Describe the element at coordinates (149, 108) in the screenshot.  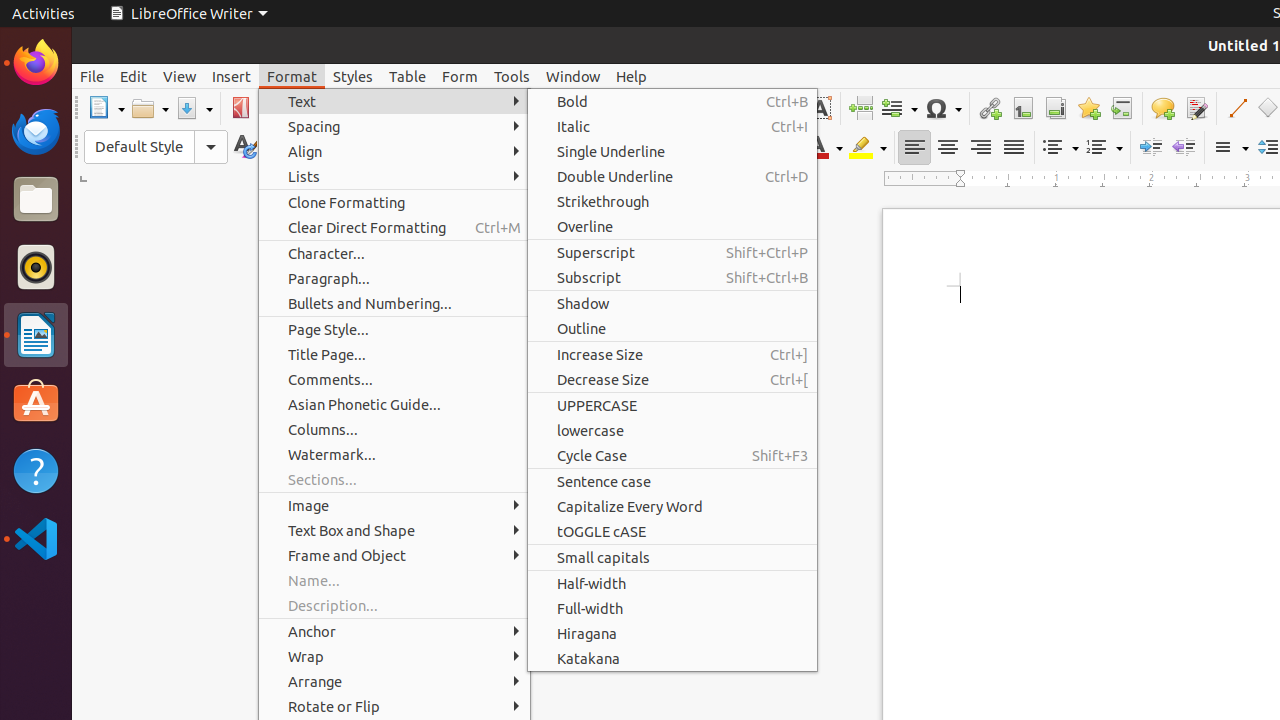
I see `'Open'` at that location.